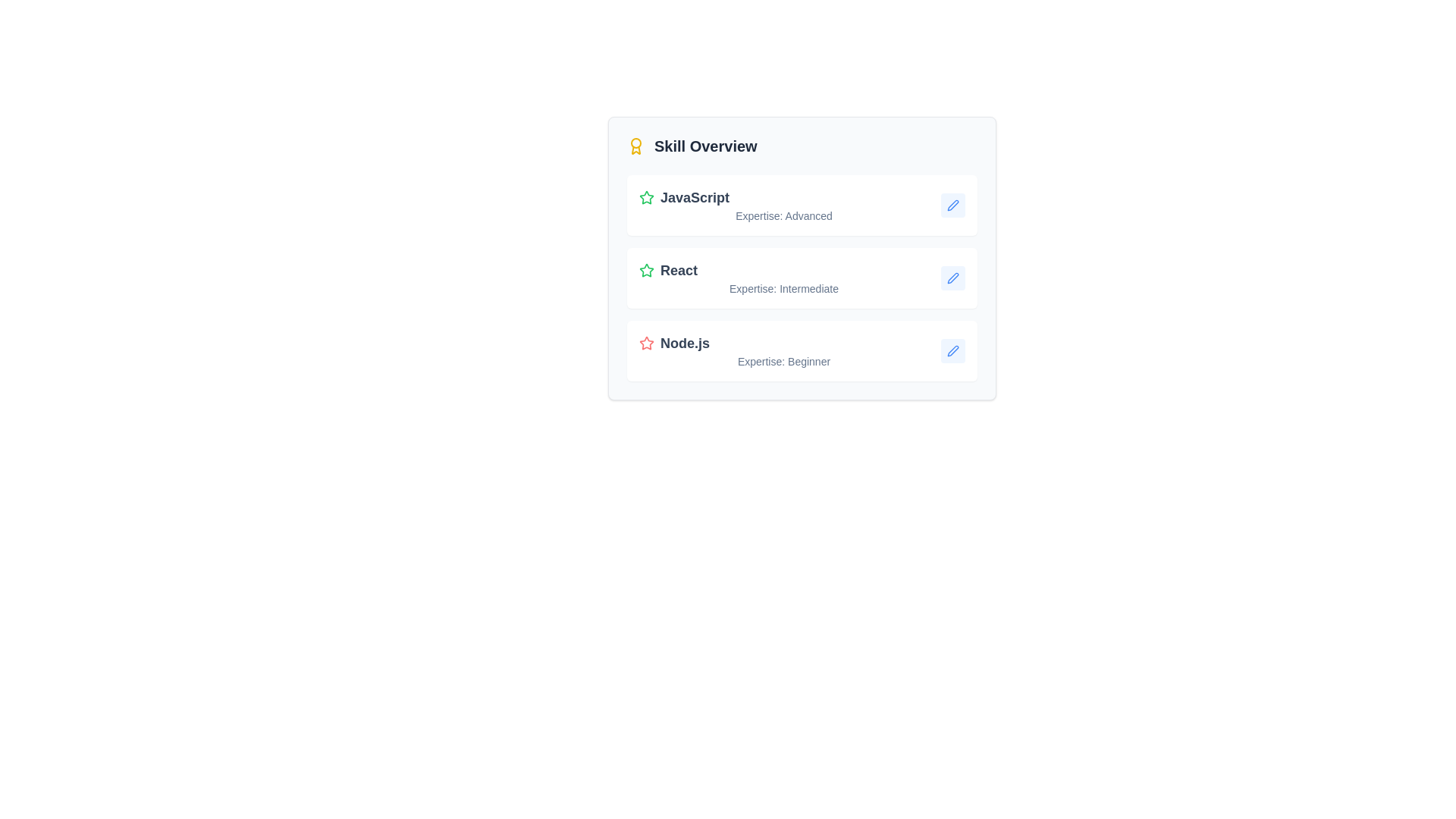 The width and height of the screenshot is (1456, 819). I want to click on the first star icon with a green outline that represents the 'React' skill rating, located to the immediate left of the 'React' label in the Skill Overview list, so click(647, 270).